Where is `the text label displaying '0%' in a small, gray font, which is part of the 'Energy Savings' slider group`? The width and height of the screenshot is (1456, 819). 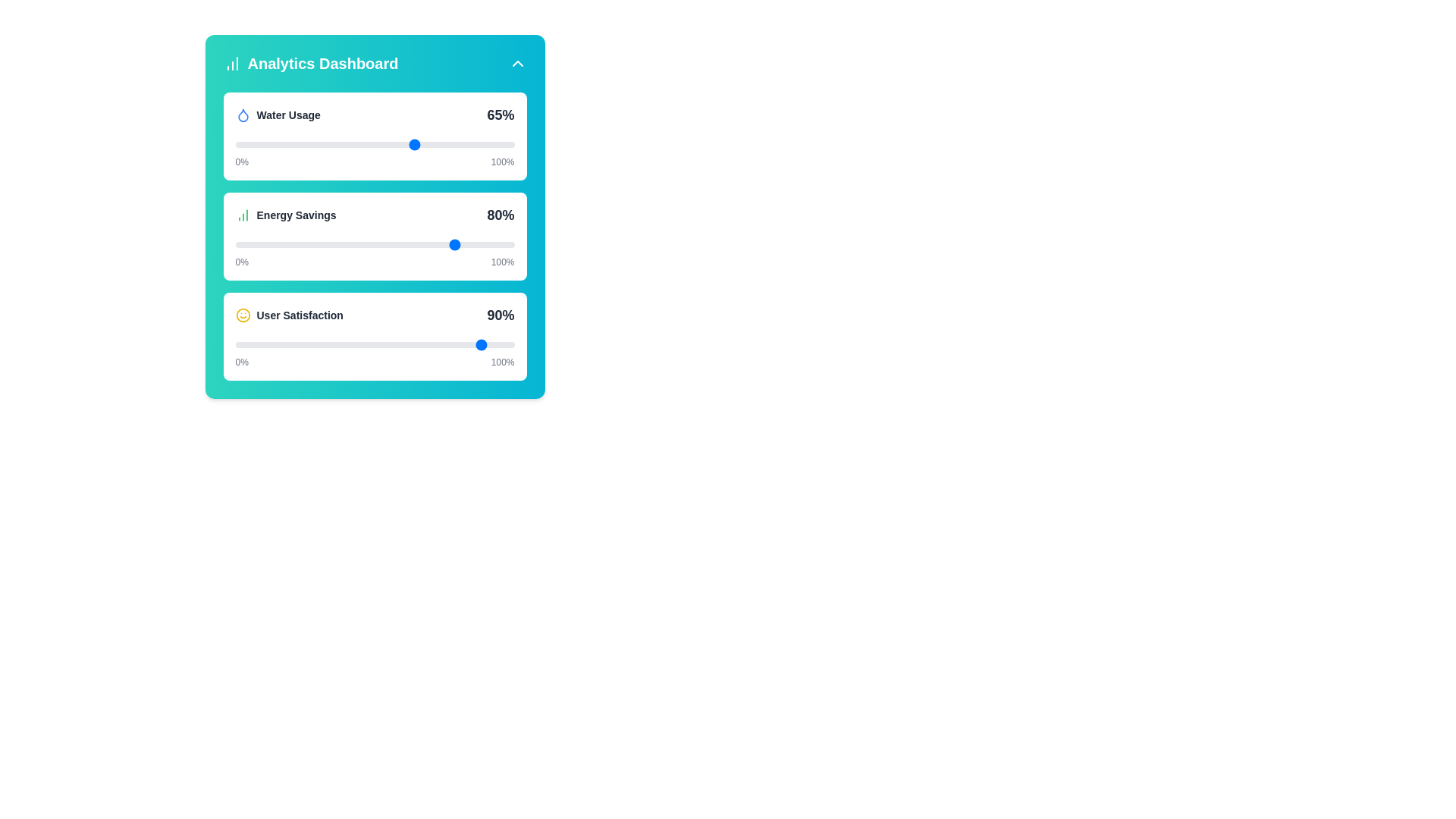 the text label displaying '0%' in a small, gray font, which is part of the 'Energy Savings' slider group is located at coordinates (241, 262).